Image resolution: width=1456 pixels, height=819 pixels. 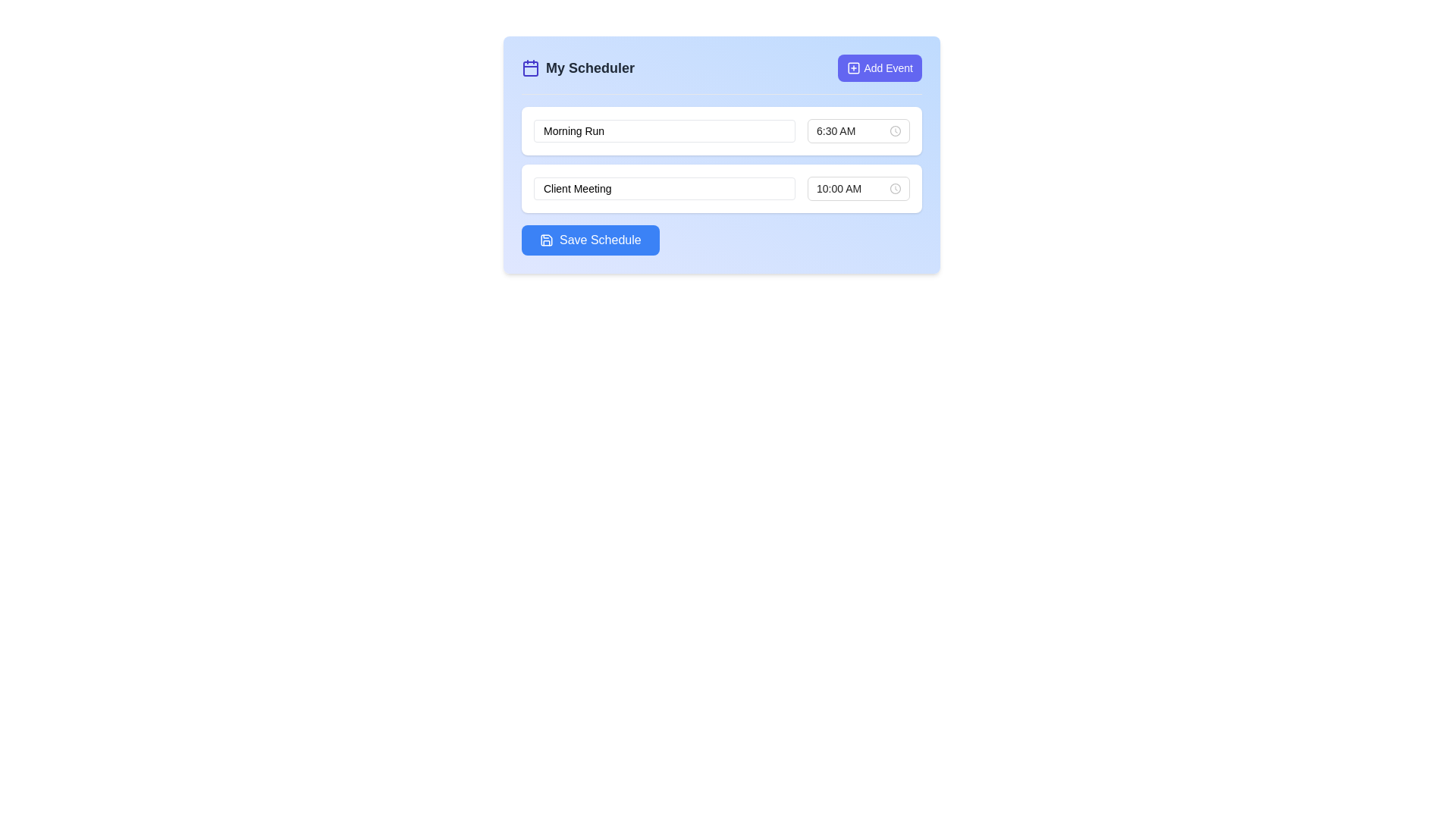 What do you see at coordinates (858, 130) in the screenshot?
I see `the Time Picker Input for the 'Morning Run' event in the 'My Scheduler' section to enable input` at bounding box center [858, 130].